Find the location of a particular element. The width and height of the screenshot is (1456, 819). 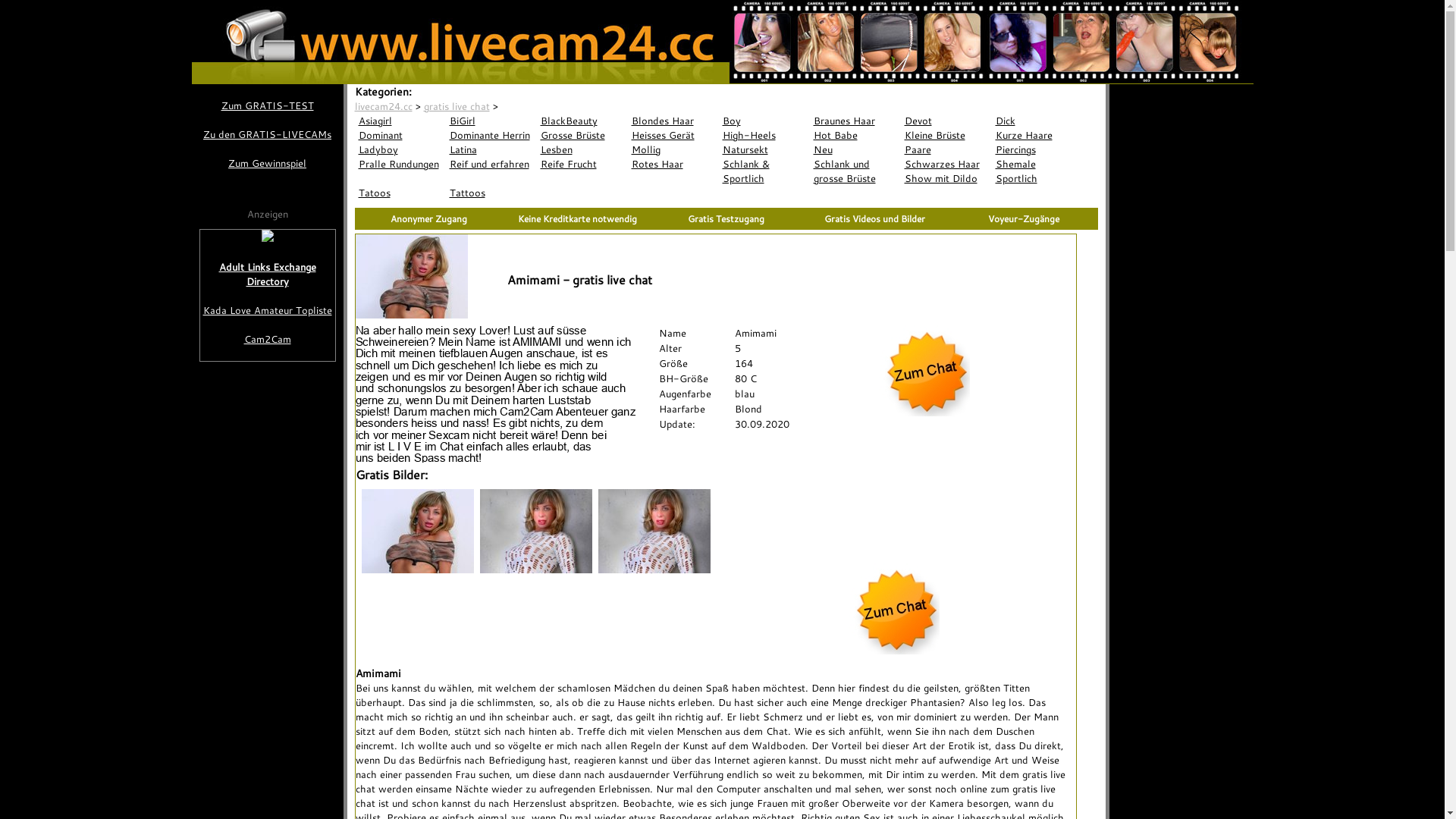

'Zum Gewinnspiel' is located at coordinates (266, 163).